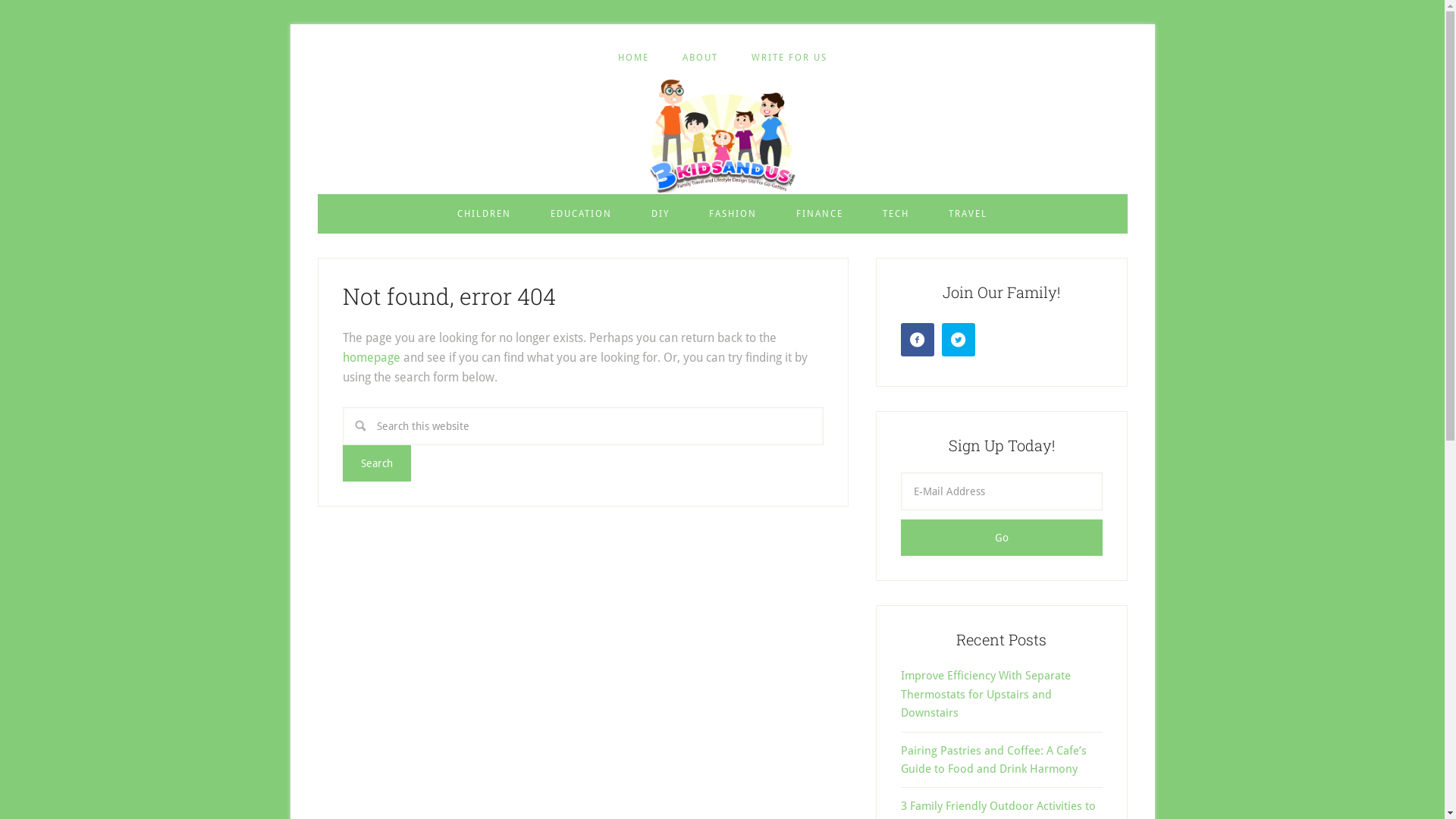 This screenshot has width=1456, height=819. I want to click on 'TECH', so click(896, 213).